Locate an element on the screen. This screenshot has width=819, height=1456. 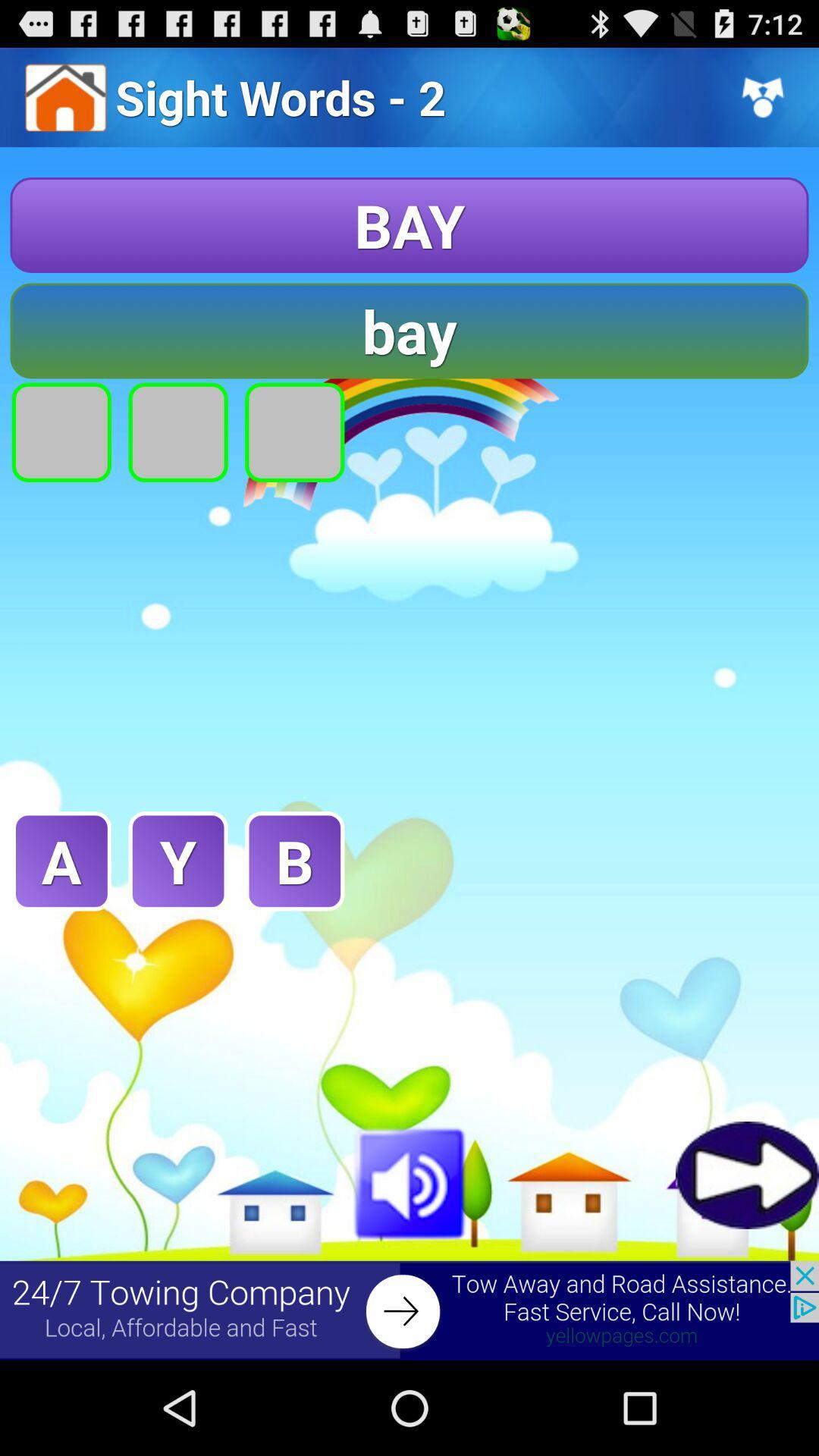
go forward is located at coordinates (746, 1174).